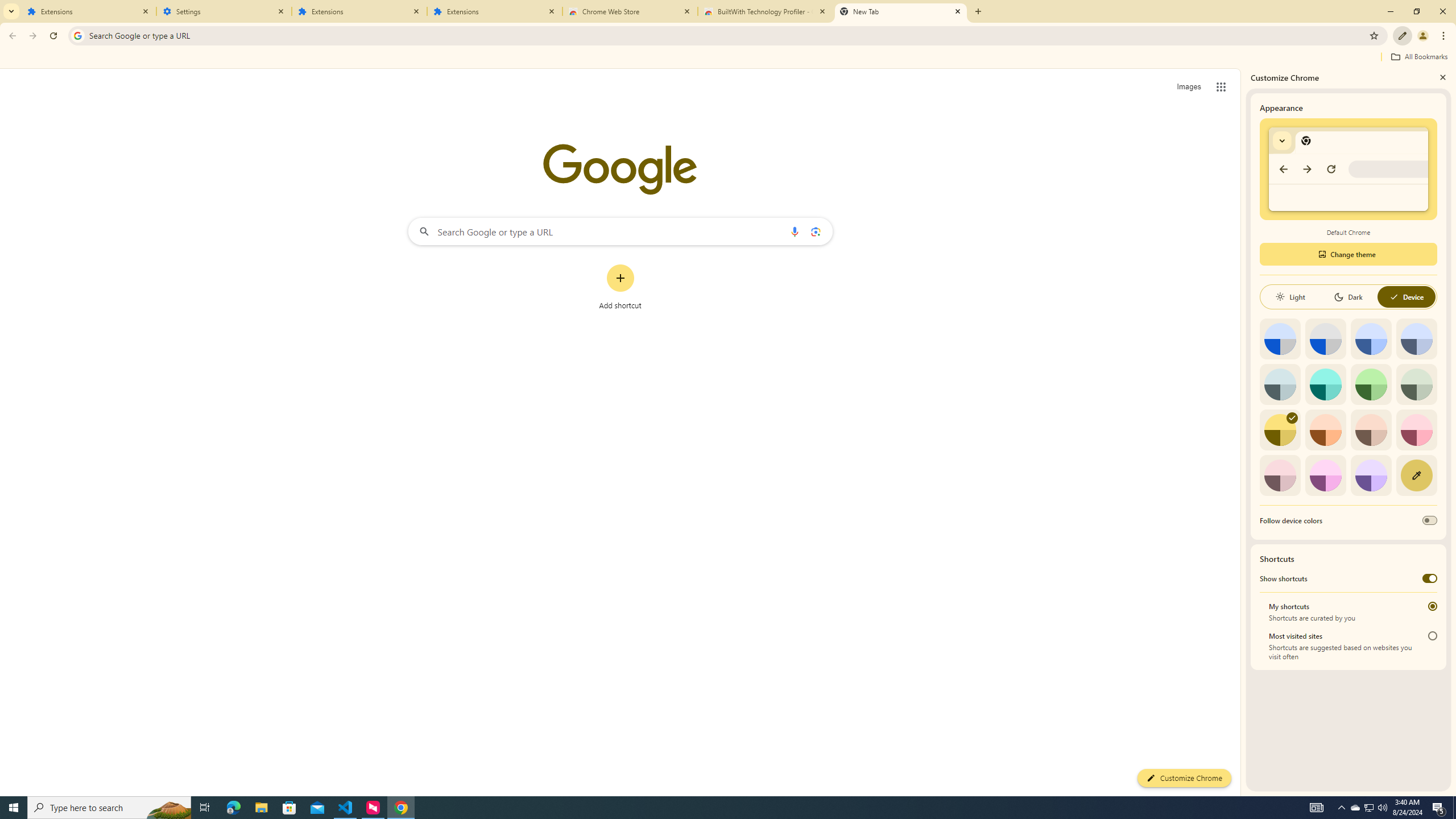 The image size is (1456, 819). Describe the element at coordinates (1433, 606) in the screenshot. I see `'My shortcuts'` at that location.